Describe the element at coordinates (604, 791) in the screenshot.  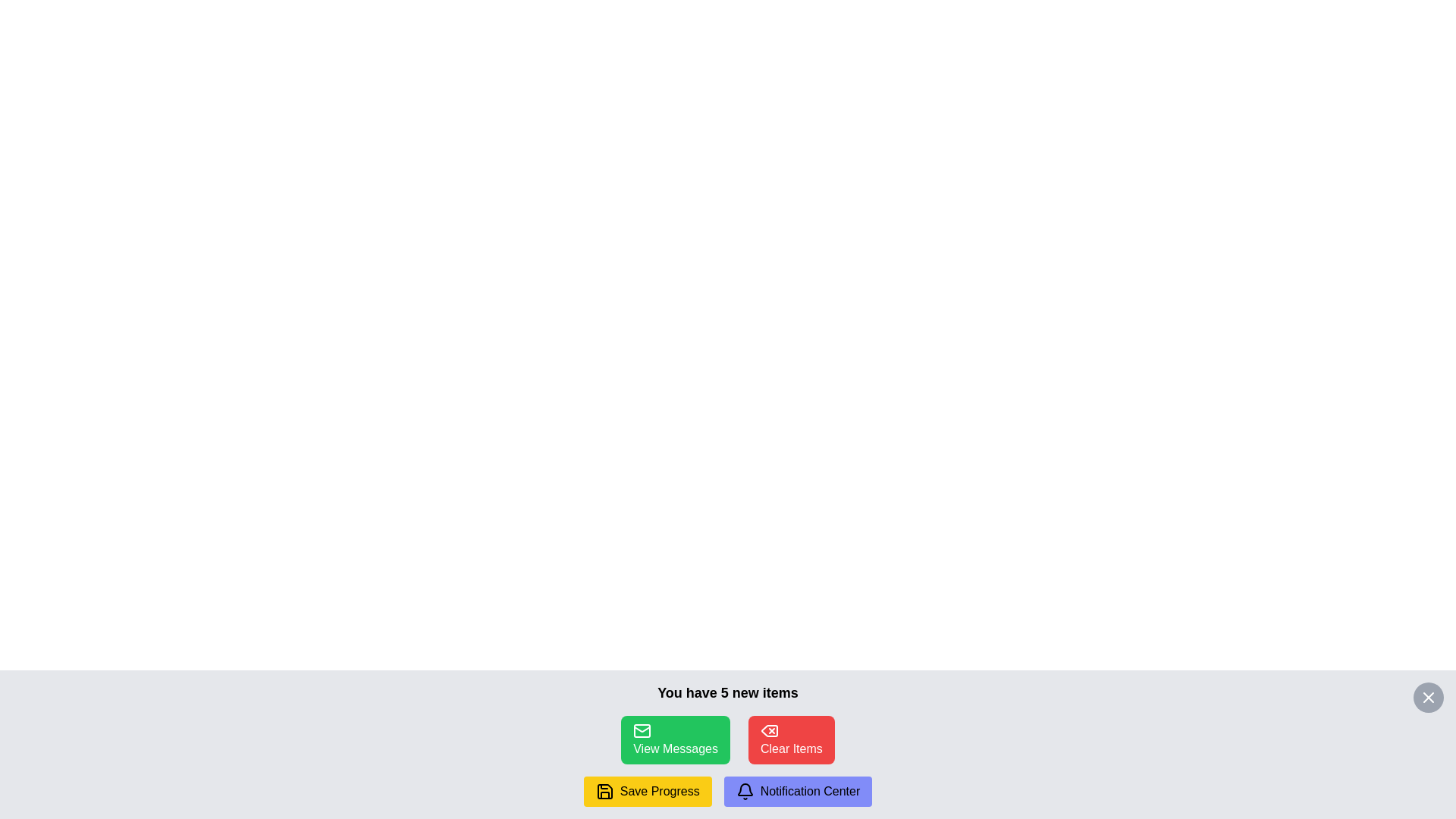
I see `the save icon, which is a floppy disk symbol with a yellow background, part of the 'Save Progress' button located below the central area of the window` at that location.